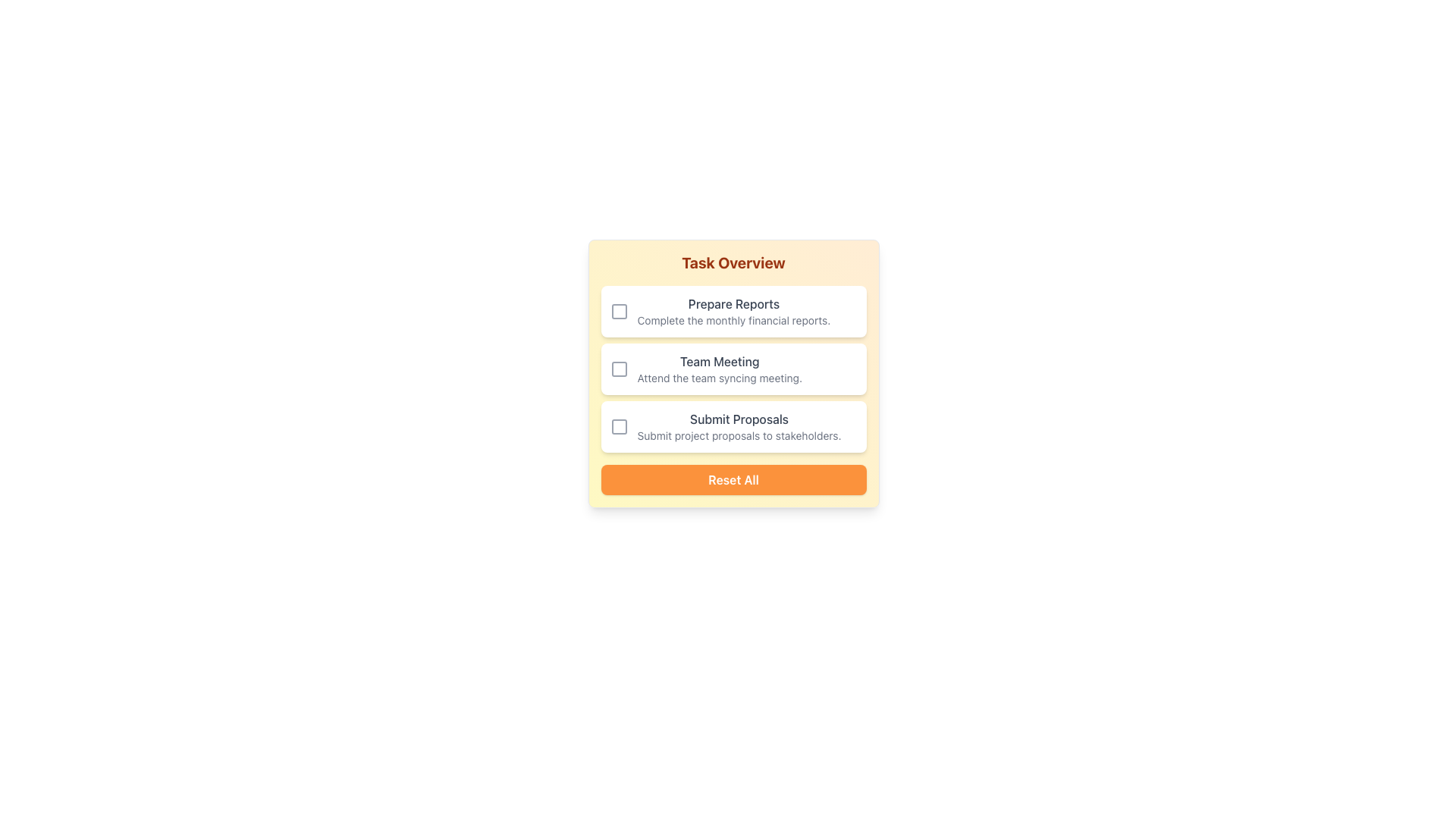 The height and width of the screenshot is (819, 1456). I want to click on the checkbox for 'Submit Proposals', so click(619, 427).